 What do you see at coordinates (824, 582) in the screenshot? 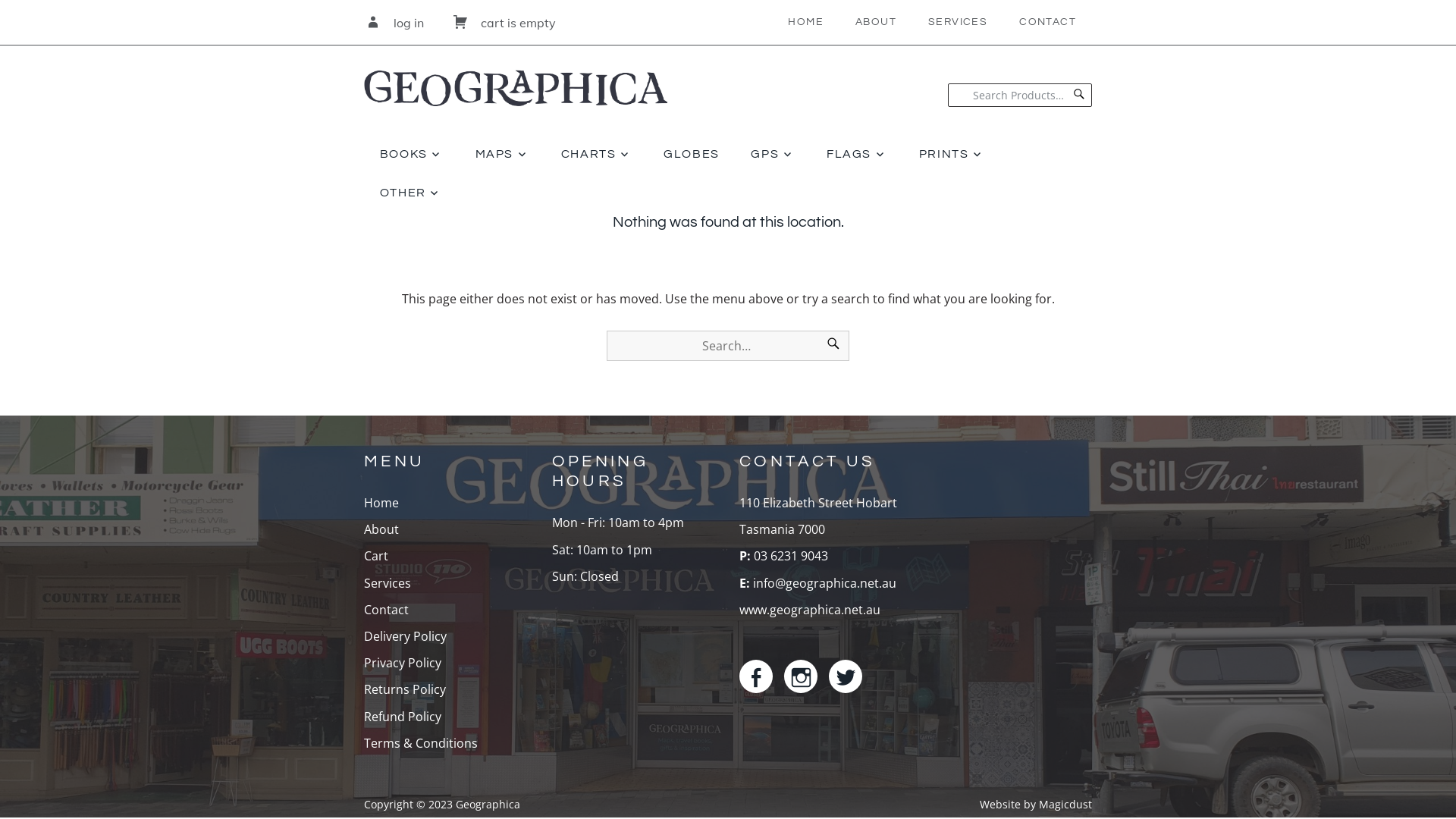
I see `'info@geographica.net.au'` at bounding box center [824, 582].